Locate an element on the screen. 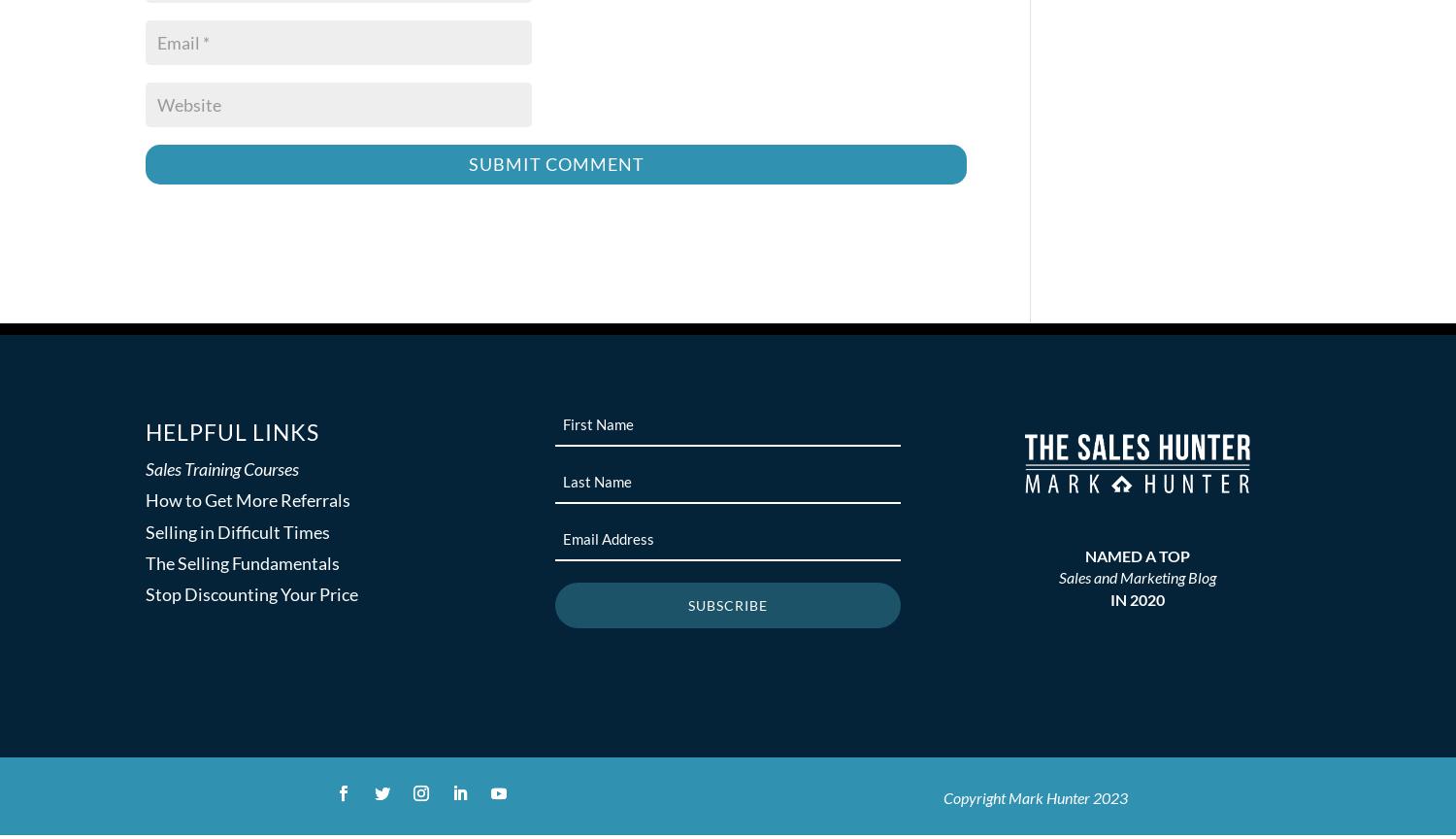 The image size is (1456, 839). 'Sales Training Courses' is located at coordinates (221, 468).